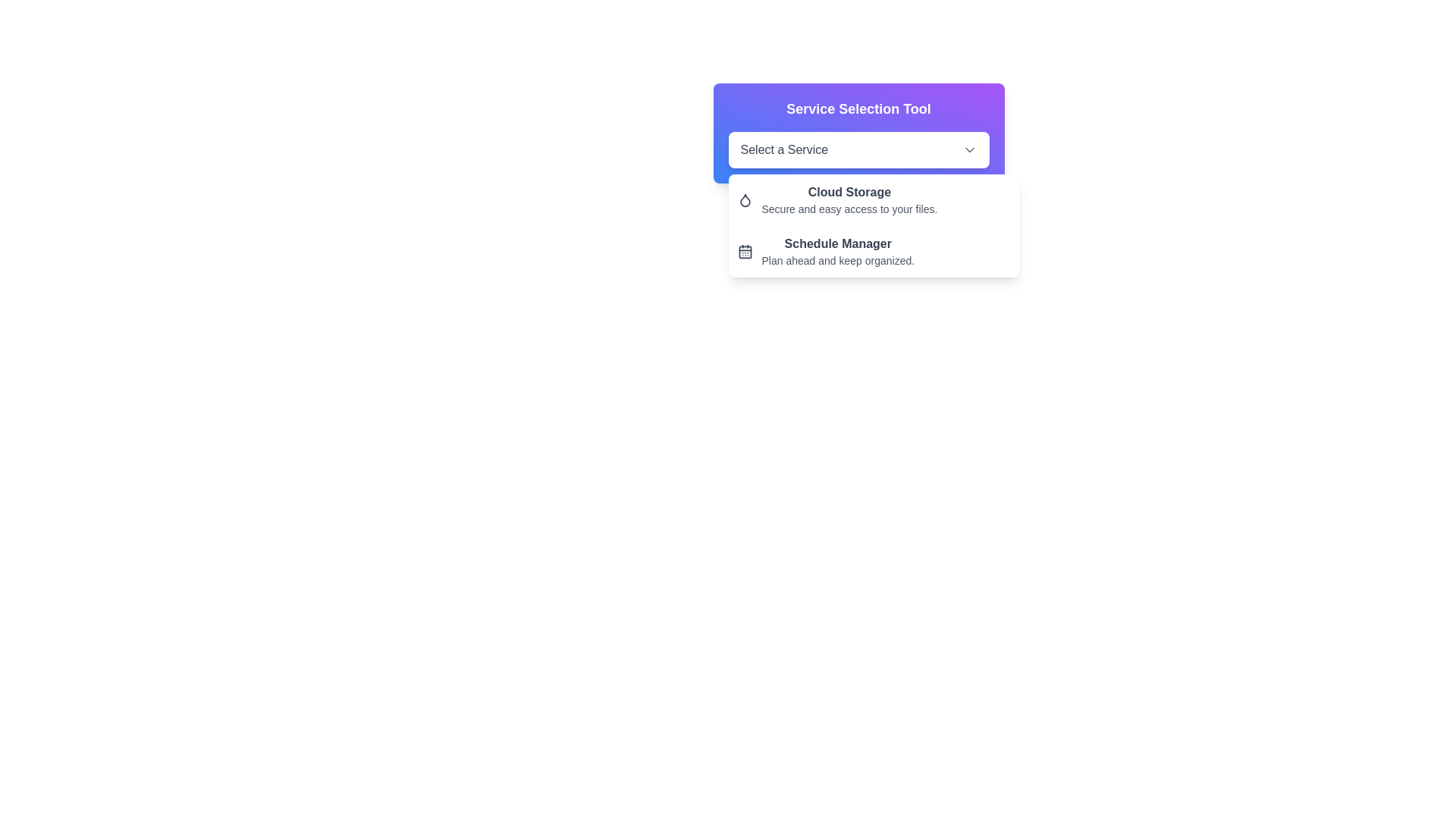  Describe the element at coordinates (745, 199) in the screenshot. I see `the droplet icon with a dark gray outline, located to the left of the 'Cloud Storage' text` at that location.